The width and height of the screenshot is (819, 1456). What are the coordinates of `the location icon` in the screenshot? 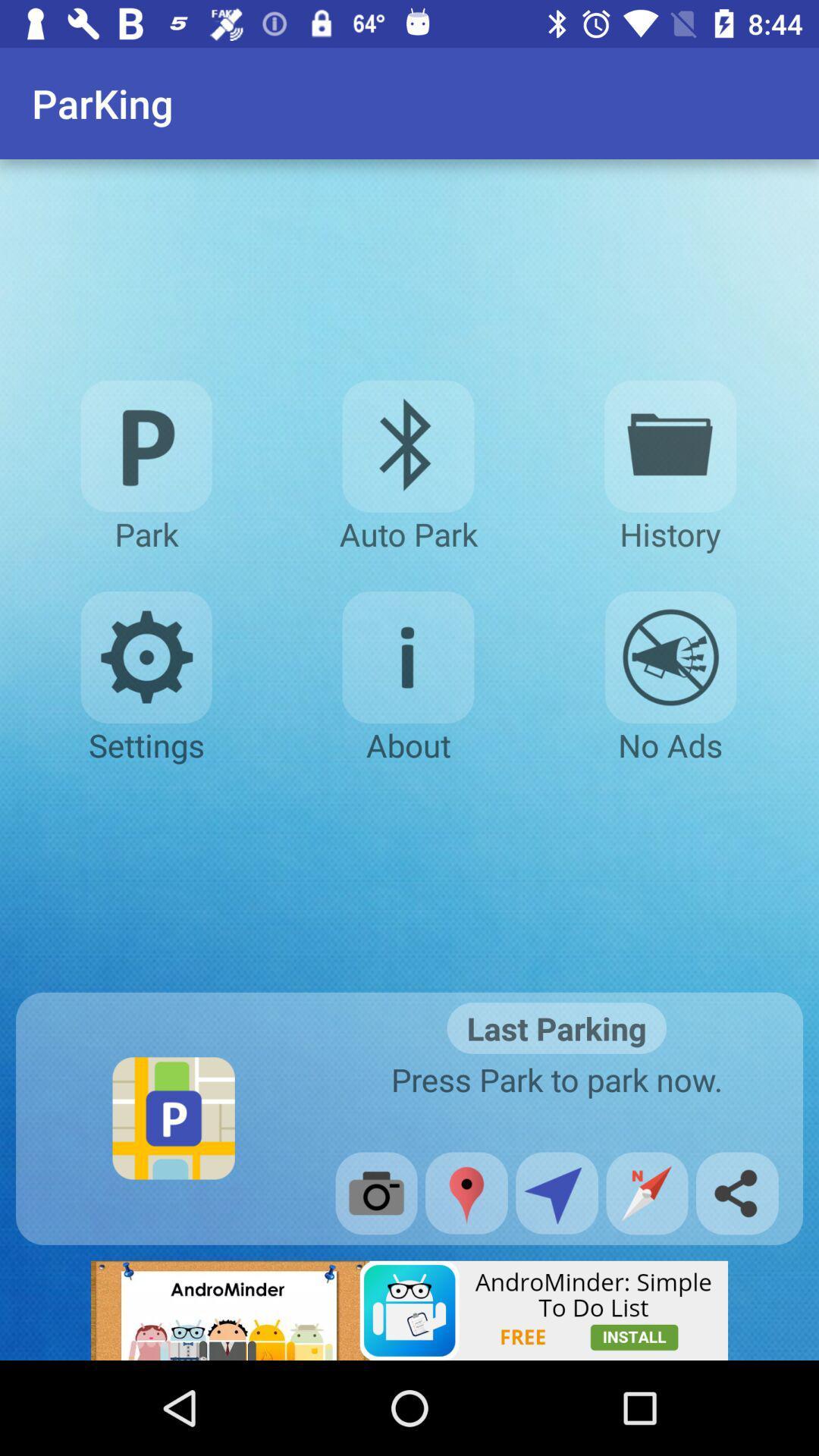 It's located at (466, 1192).